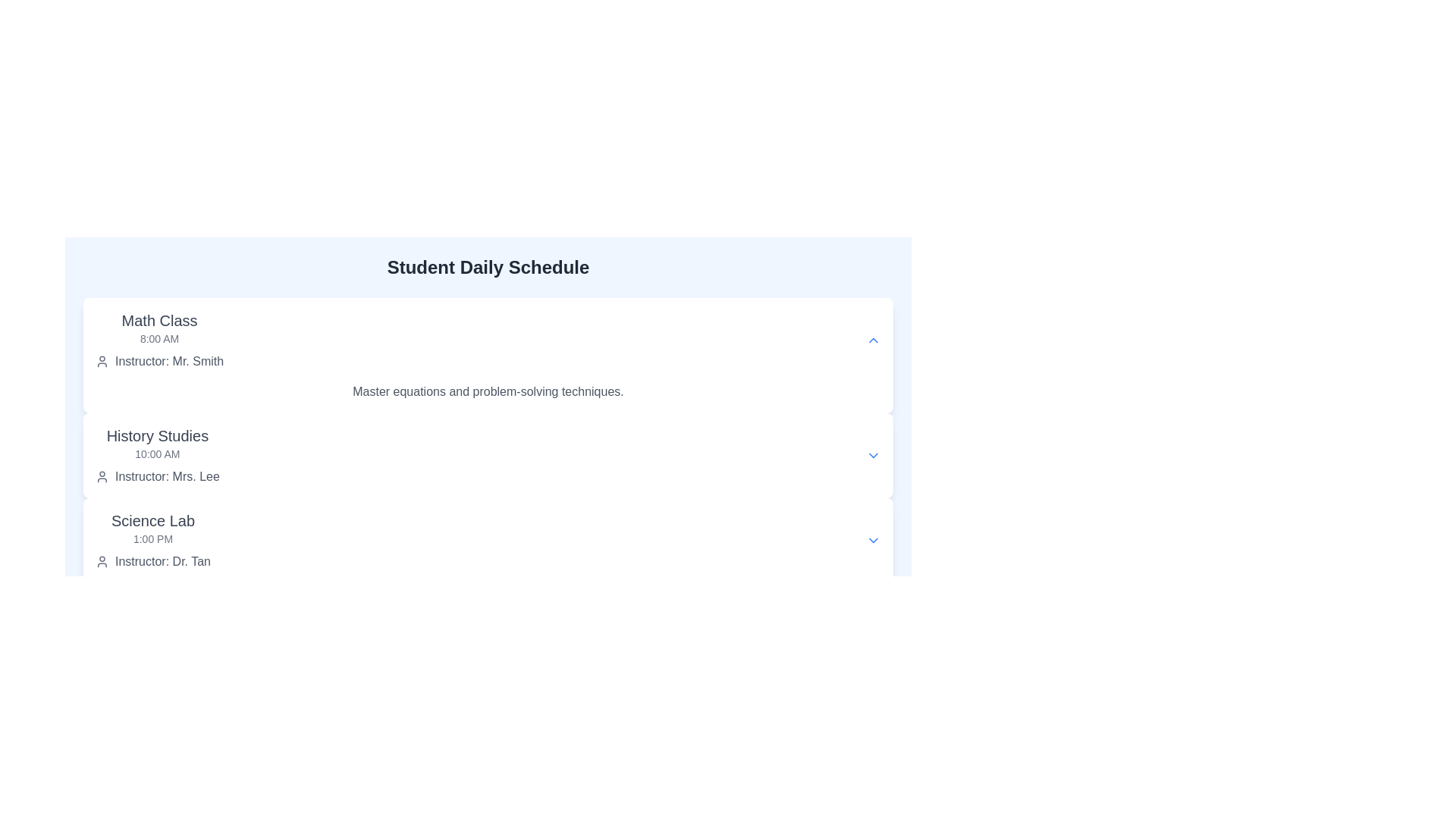 This screenshot has height=819, width=1456. What do you see at coordinates (488, 455) in the screenshot?
I see `the informational section titled 'History Studies' for additional context` at bounding box center [488, 455].